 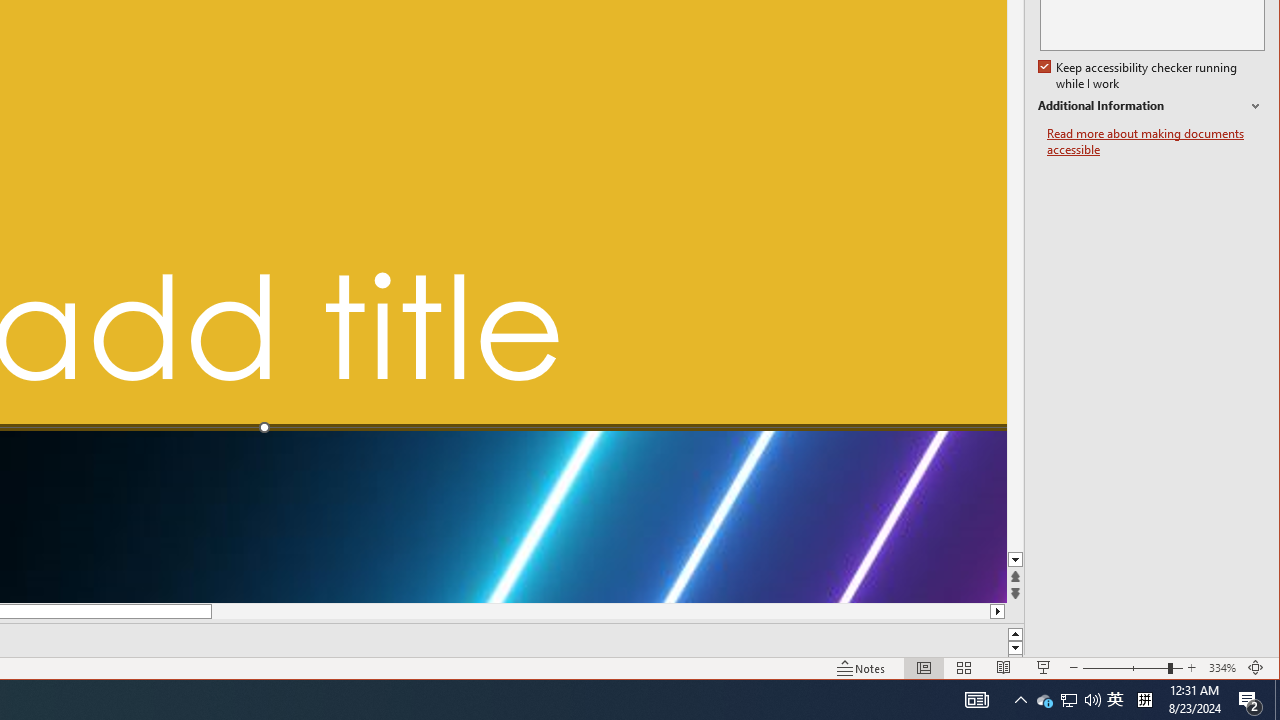 I want to click on 'Action Center, 2 new notifications', so click(x=1250, y=698).